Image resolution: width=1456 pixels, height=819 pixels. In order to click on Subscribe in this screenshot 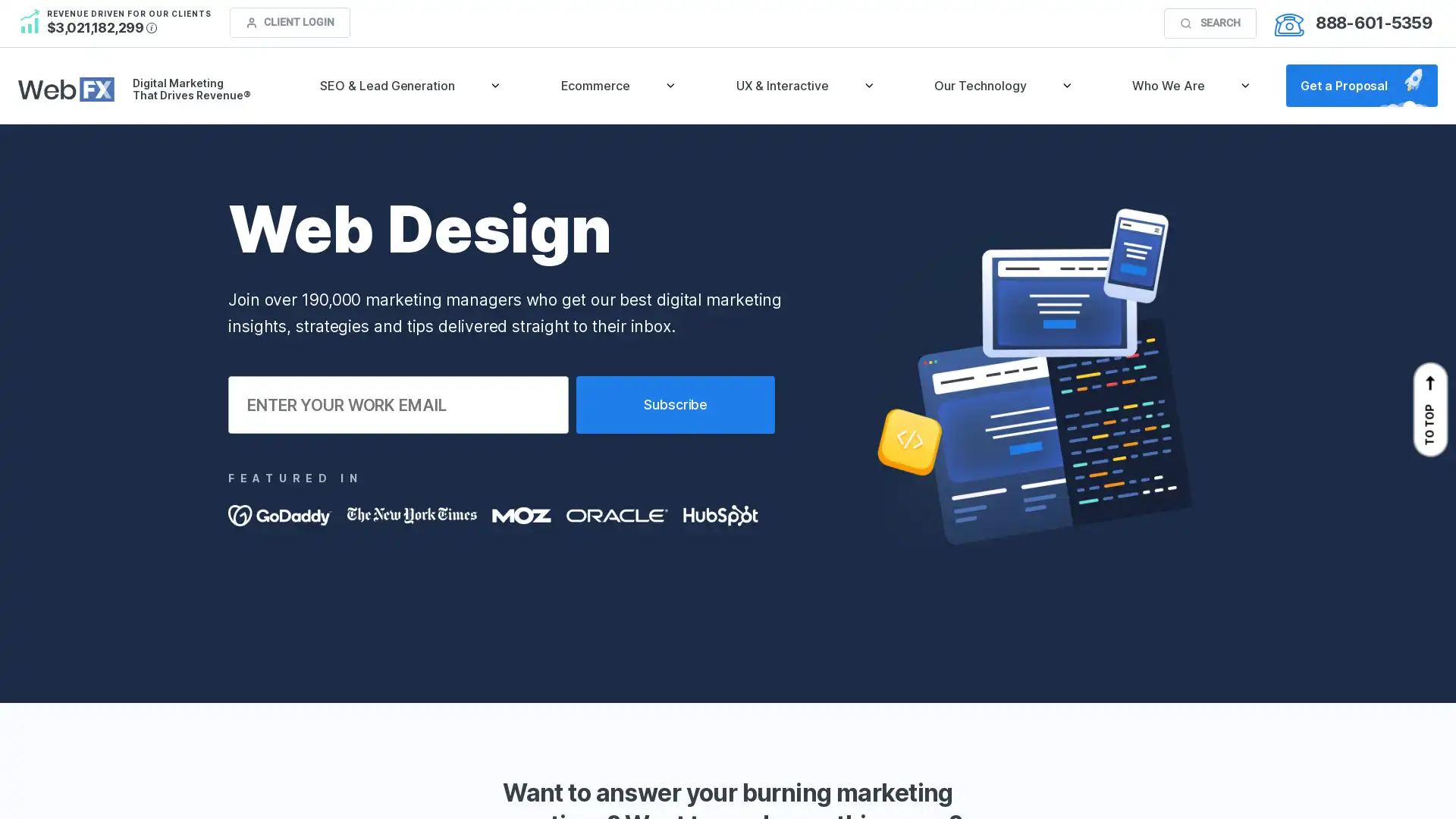, I will do `click(675, 403)`.